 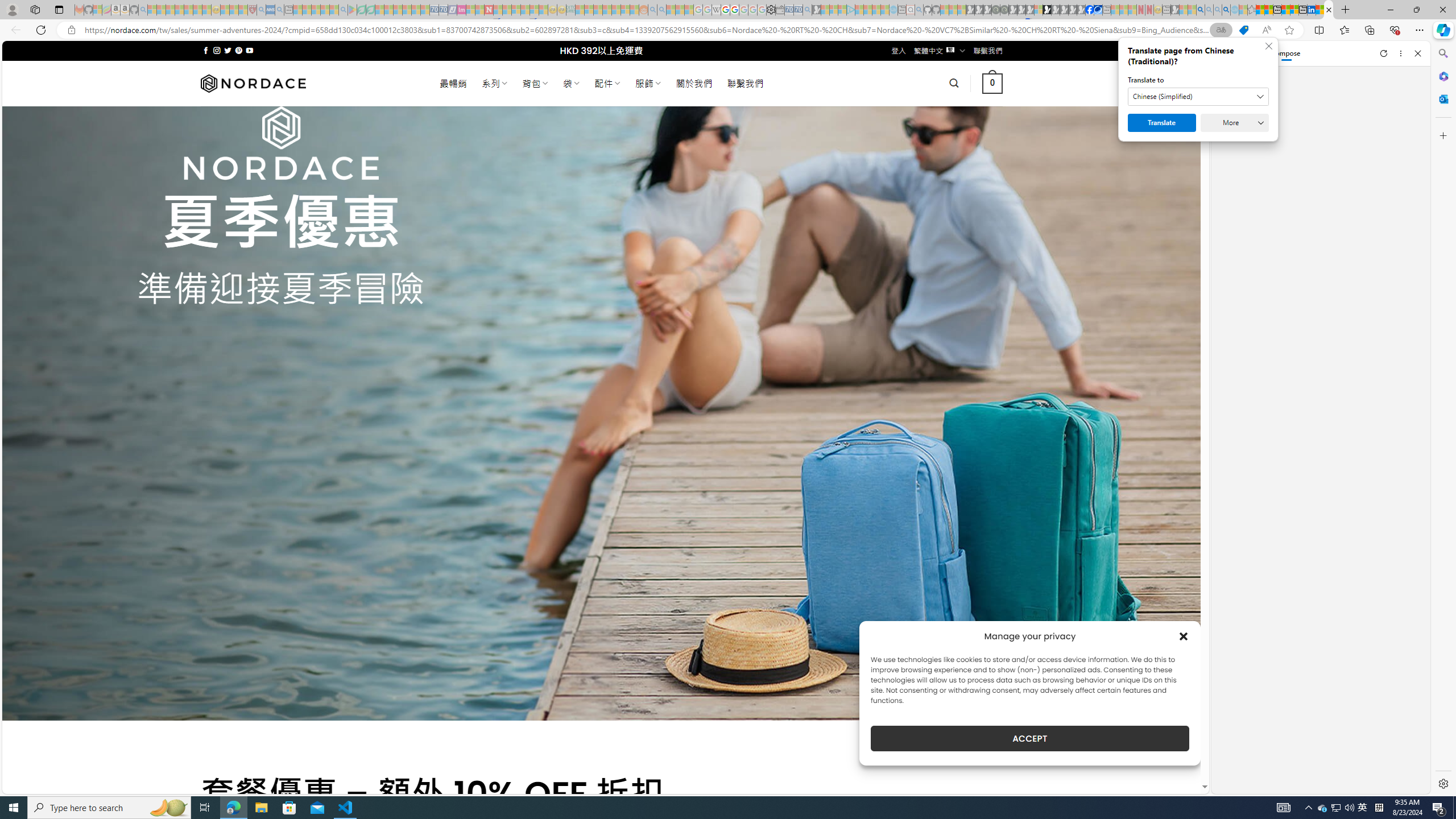 I want to click on 'Future Focus Report 2024 - Sleeping', so click(x=1004, y=9).